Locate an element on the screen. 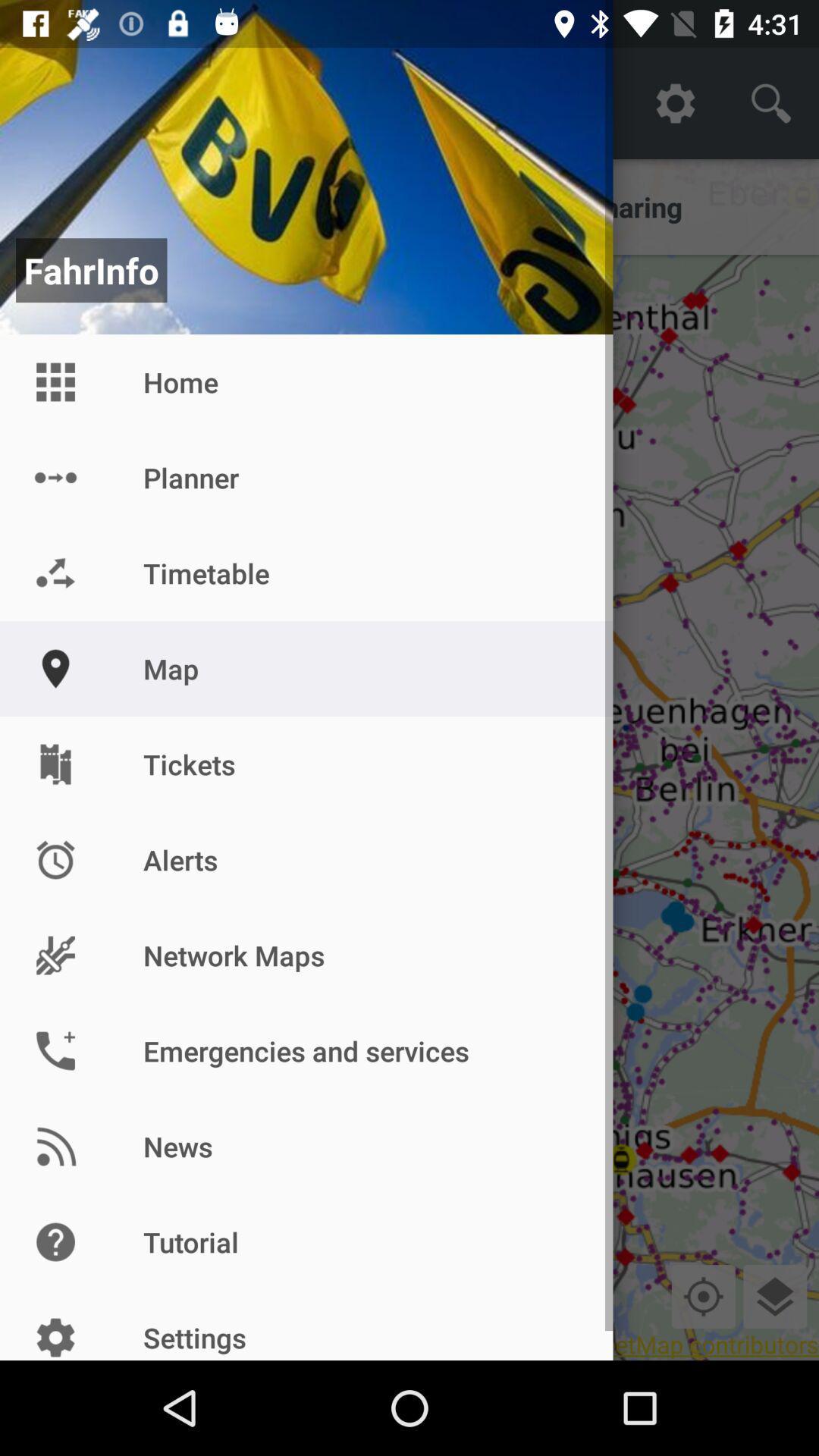  the layers icon is located at coordinates (775, 1295).